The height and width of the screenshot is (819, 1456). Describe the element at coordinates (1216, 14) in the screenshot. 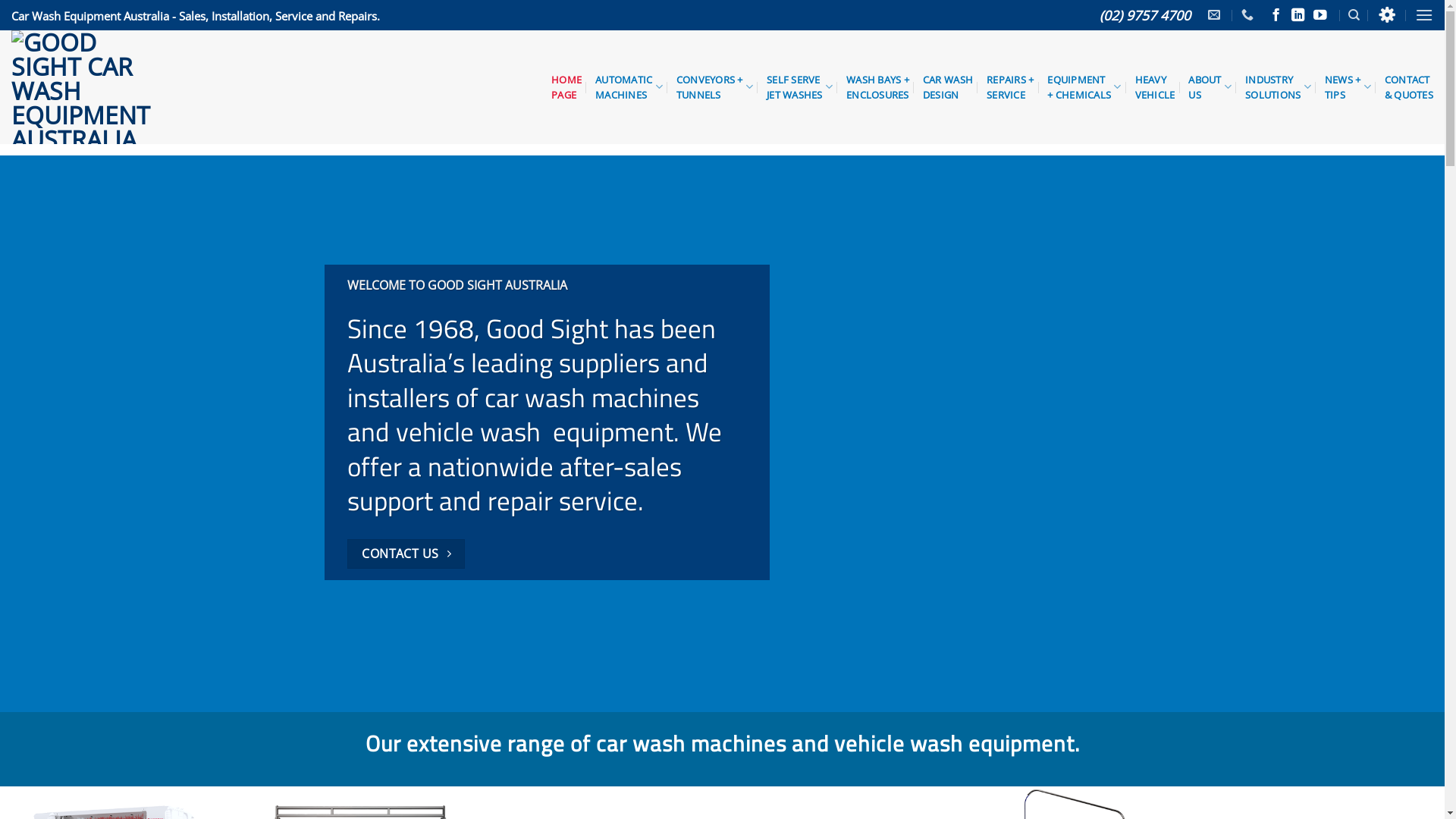

I see `'sales@goodsight.com.au'` at that location.